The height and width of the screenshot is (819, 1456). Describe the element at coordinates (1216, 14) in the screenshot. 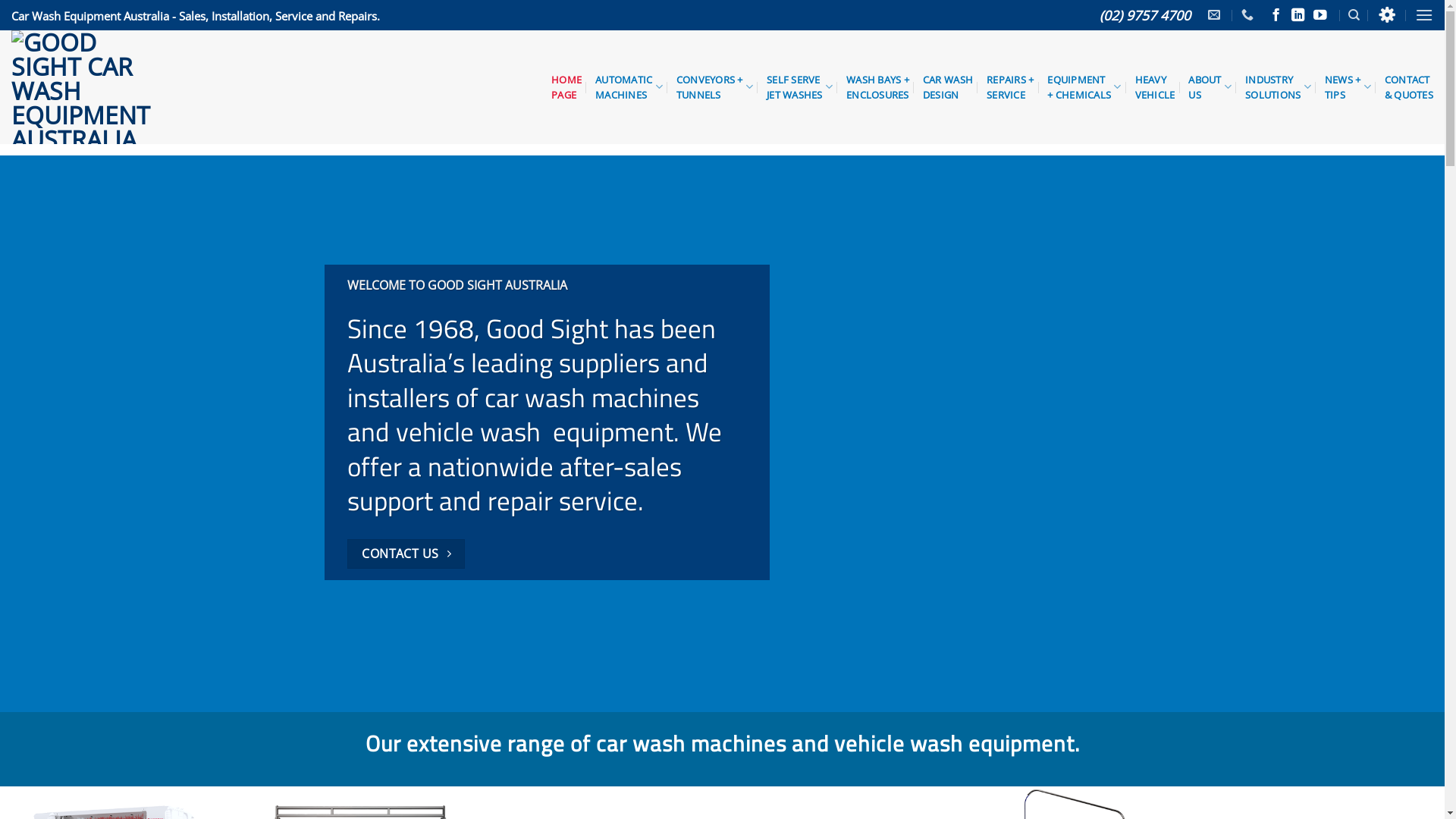

I see `'sales@goodsight.com.au'` at that location.